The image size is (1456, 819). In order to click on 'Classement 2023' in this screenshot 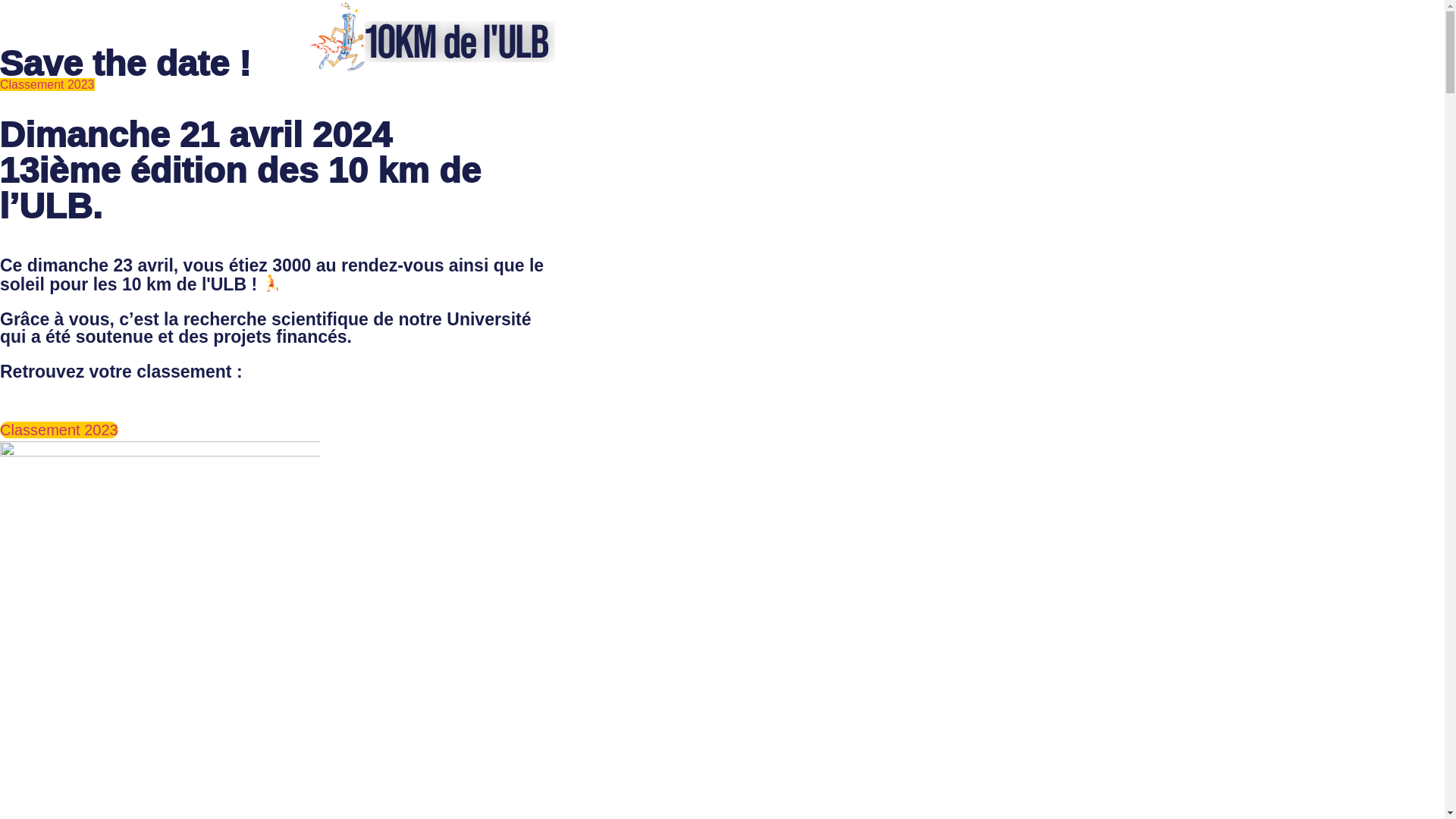, I will do `click(0, 84)`.